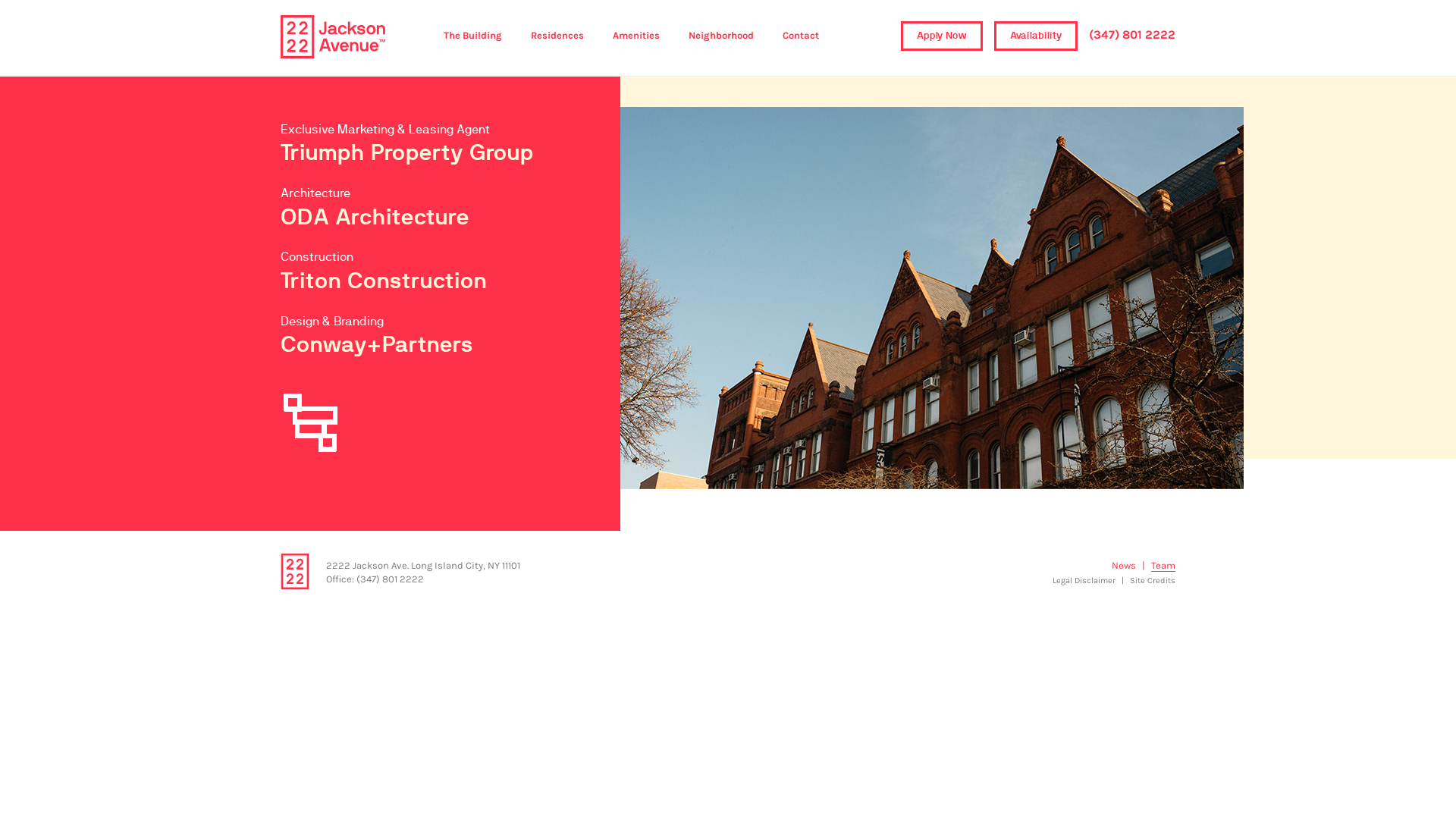 This screenshot has height=819, width=1456. Describe the element at coordinates (1129, 580) in the screenshot. I see `'Site Credits'` at that location.